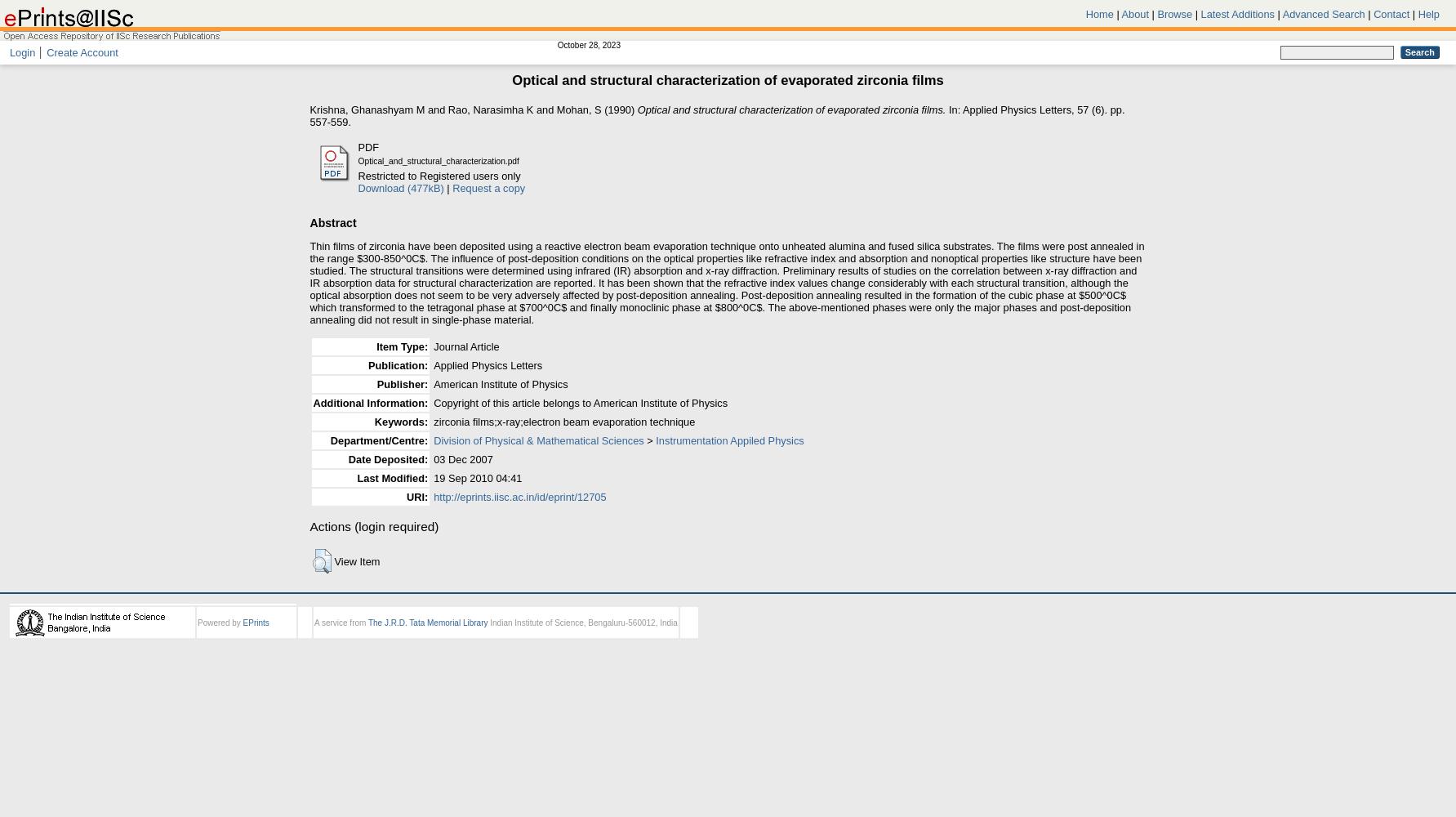 The image size is (1456, 817). I want to click on 'URI:', so click(416, 495).